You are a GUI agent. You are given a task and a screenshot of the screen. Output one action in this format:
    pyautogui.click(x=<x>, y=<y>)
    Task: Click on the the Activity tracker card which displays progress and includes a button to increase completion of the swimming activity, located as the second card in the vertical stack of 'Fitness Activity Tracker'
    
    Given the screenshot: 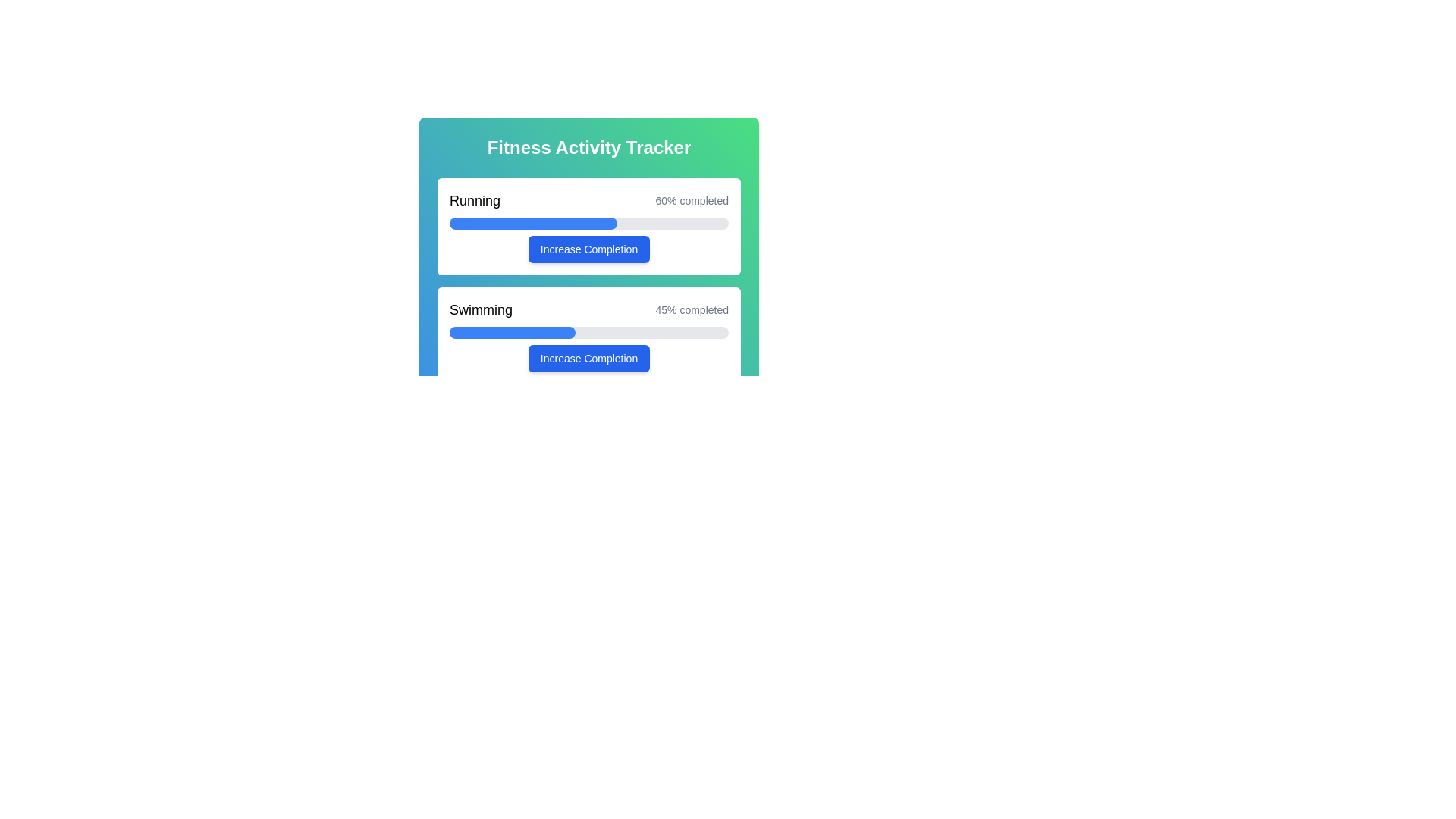 What is the action you would take?
    pyautogui.click(x=588, y=314)
    